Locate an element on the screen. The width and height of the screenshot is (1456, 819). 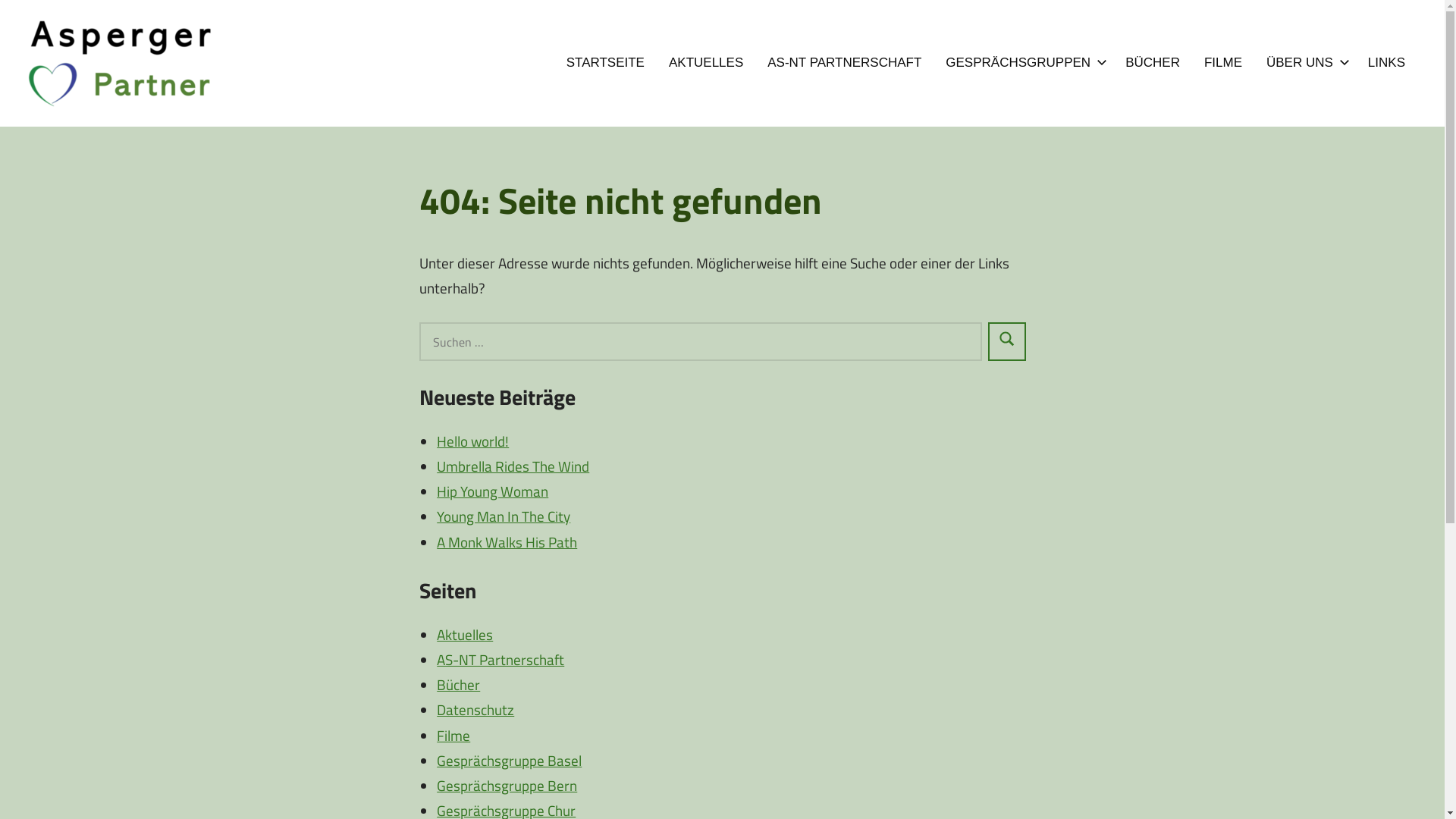
'Young Man In The City' is located at coordinates (503, 515).